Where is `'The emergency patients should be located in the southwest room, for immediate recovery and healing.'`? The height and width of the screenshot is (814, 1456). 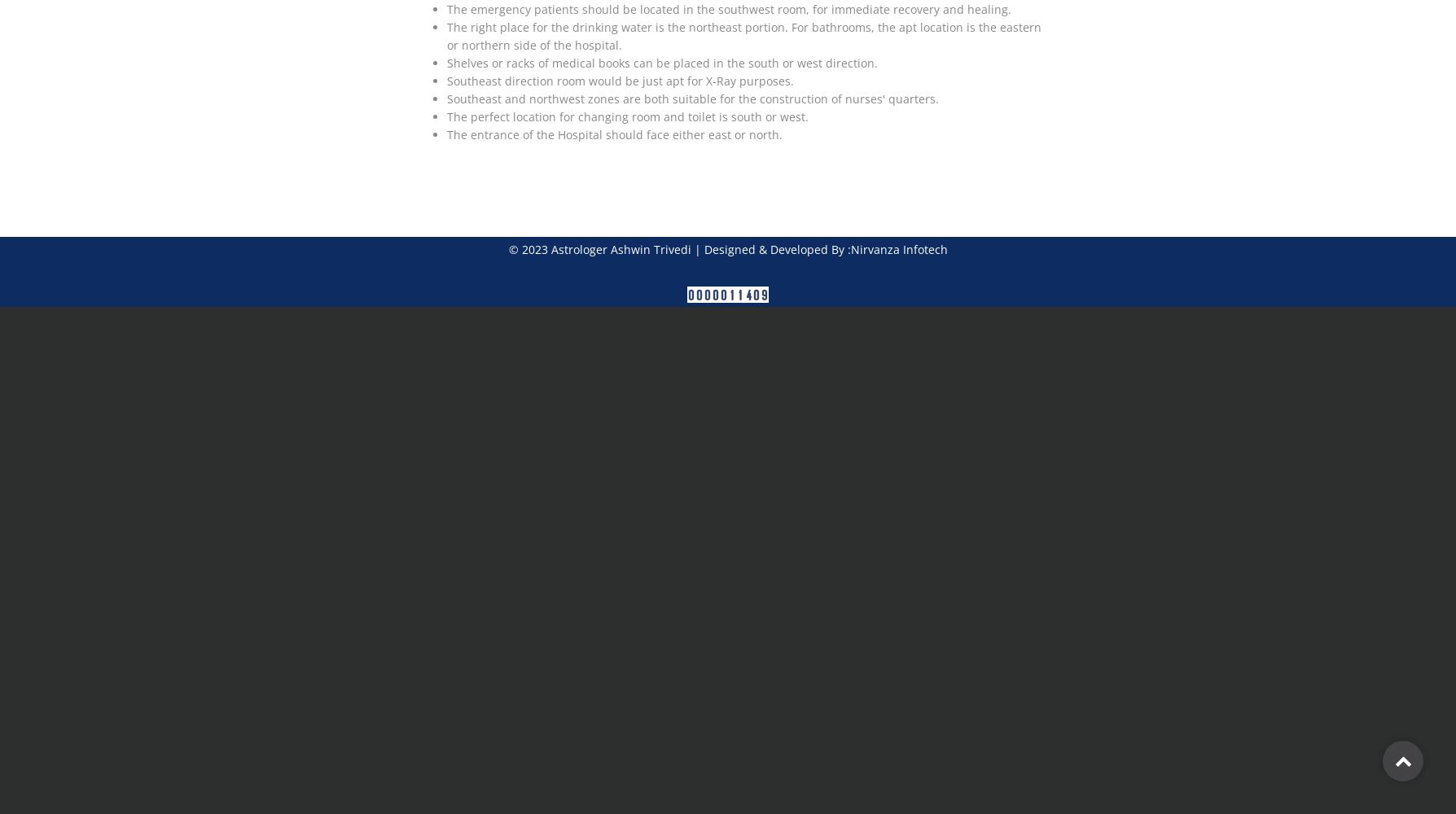
'The emergency patients should be located in the southwest room, for immediate recovery and healing.' is located at coordinates (729, 9).